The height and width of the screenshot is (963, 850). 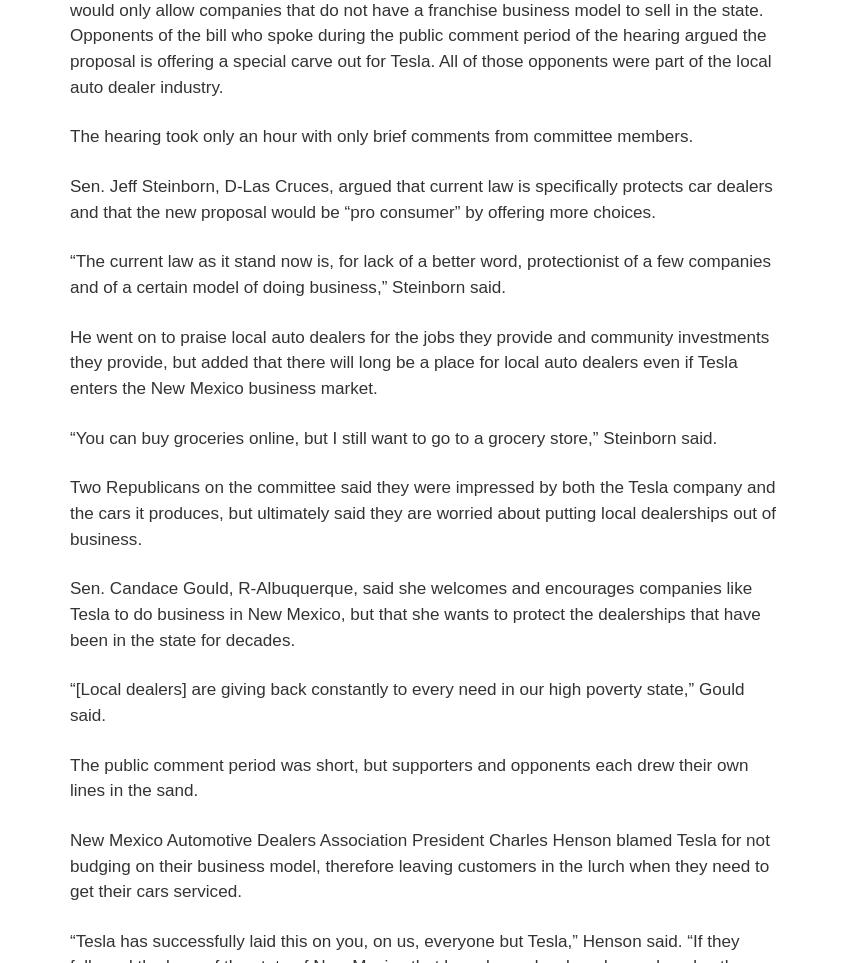 What do you see at coordinates (418, 865) in the screenshot?
I see `'New Mexico Automotive Dealers Association President Charles Henson blamed Tesla for not budging on their business model, therefore leaving customers in the lurch when they need to get their cars serviced.'` at bounding box center [418, 865].